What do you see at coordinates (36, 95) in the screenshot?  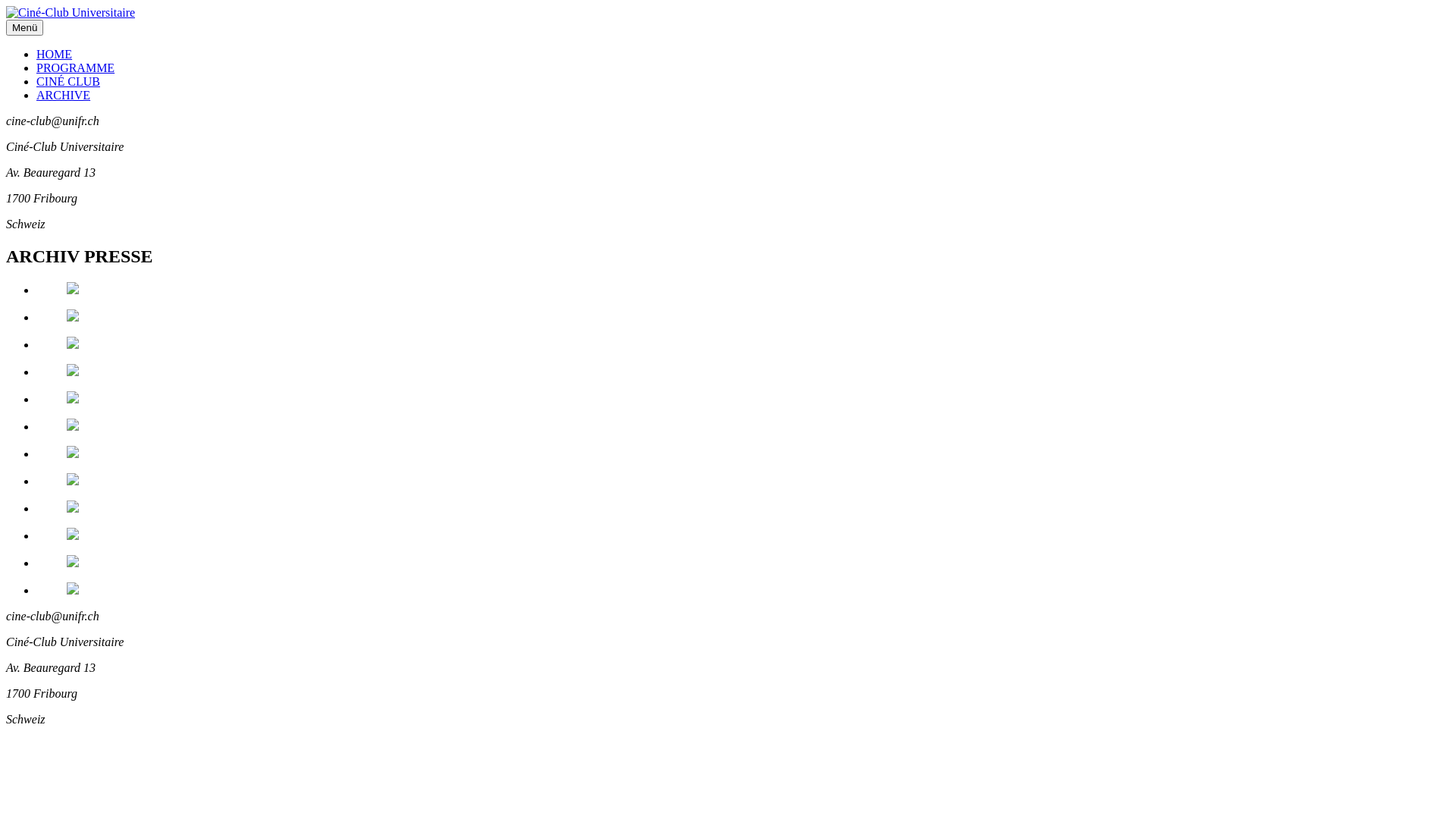 I see `'ARCHIVE'` at bounding box center [36, 95].